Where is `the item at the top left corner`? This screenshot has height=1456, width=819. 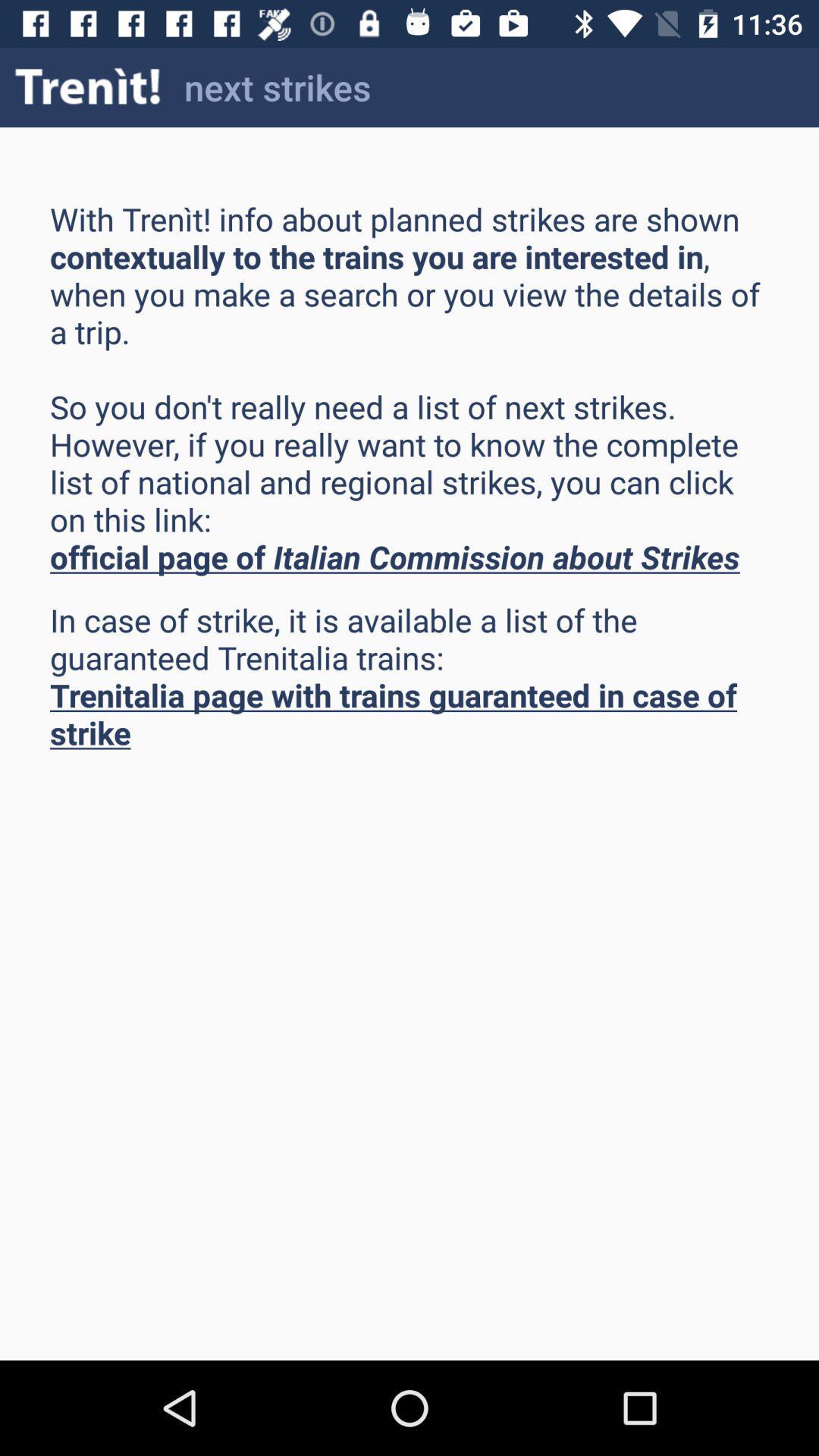 the item at the top left corner is located at coordinates (88, 86).